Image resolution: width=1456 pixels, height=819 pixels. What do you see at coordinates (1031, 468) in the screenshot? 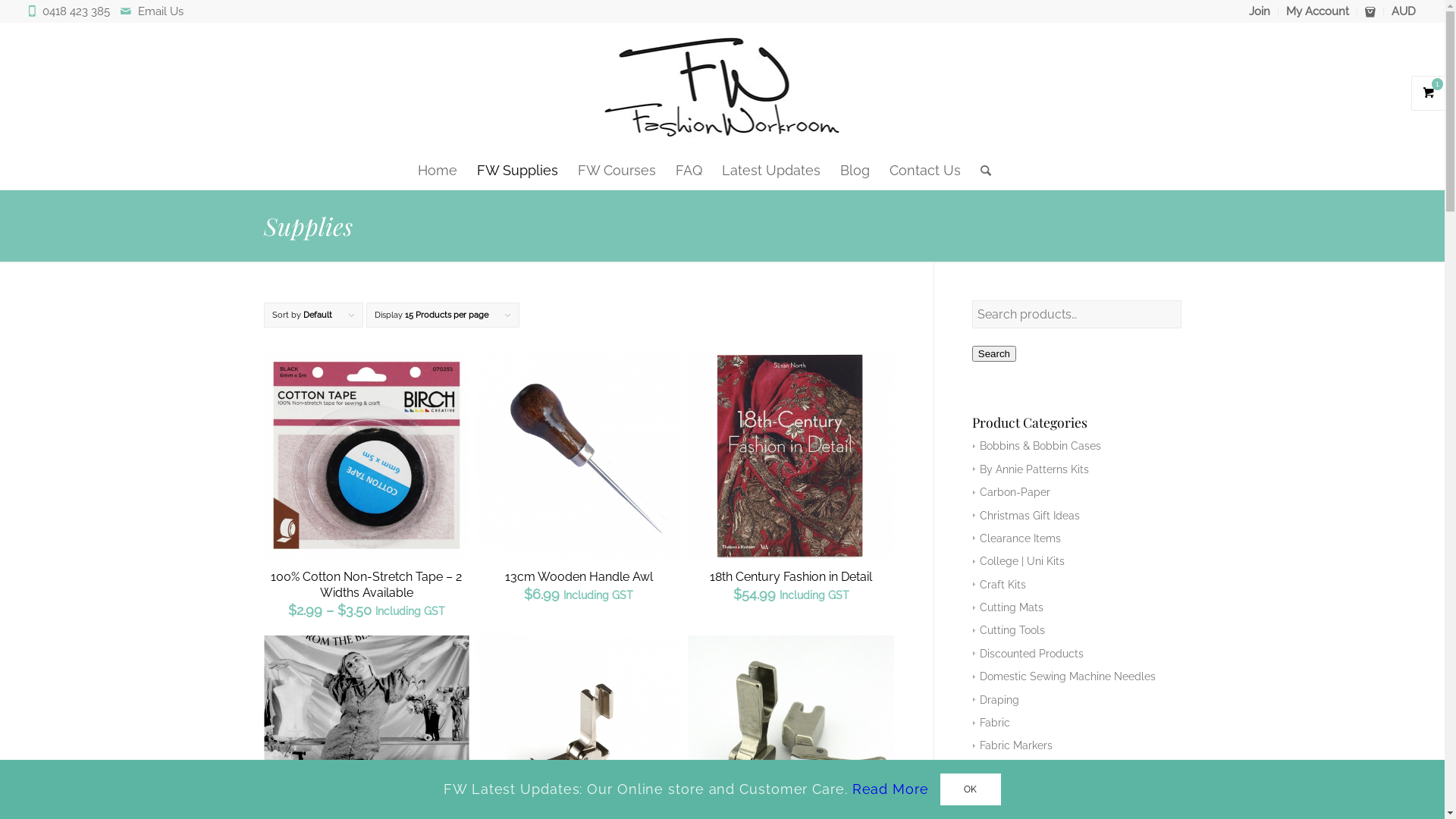
I see `'By Annie Patterns Kits'` at bounding box center [1031, 468].